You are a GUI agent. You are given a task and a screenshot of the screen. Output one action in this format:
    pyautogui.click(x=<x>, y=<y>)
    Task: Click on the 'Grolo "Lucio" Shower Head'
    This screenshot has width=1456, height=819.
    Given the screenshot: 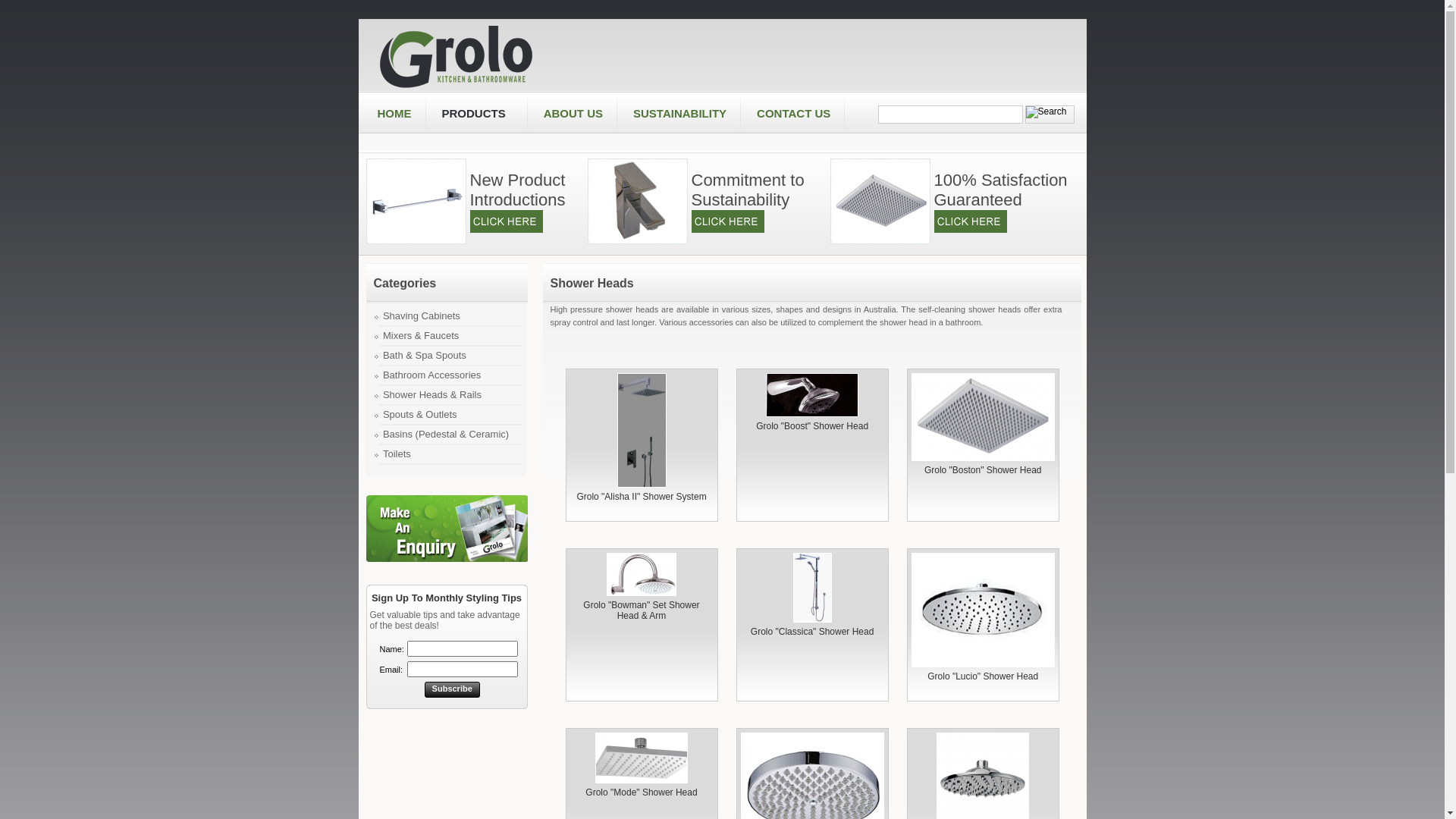 What is the action you would take?
    pyautogui.click(x=983, y=675)
    